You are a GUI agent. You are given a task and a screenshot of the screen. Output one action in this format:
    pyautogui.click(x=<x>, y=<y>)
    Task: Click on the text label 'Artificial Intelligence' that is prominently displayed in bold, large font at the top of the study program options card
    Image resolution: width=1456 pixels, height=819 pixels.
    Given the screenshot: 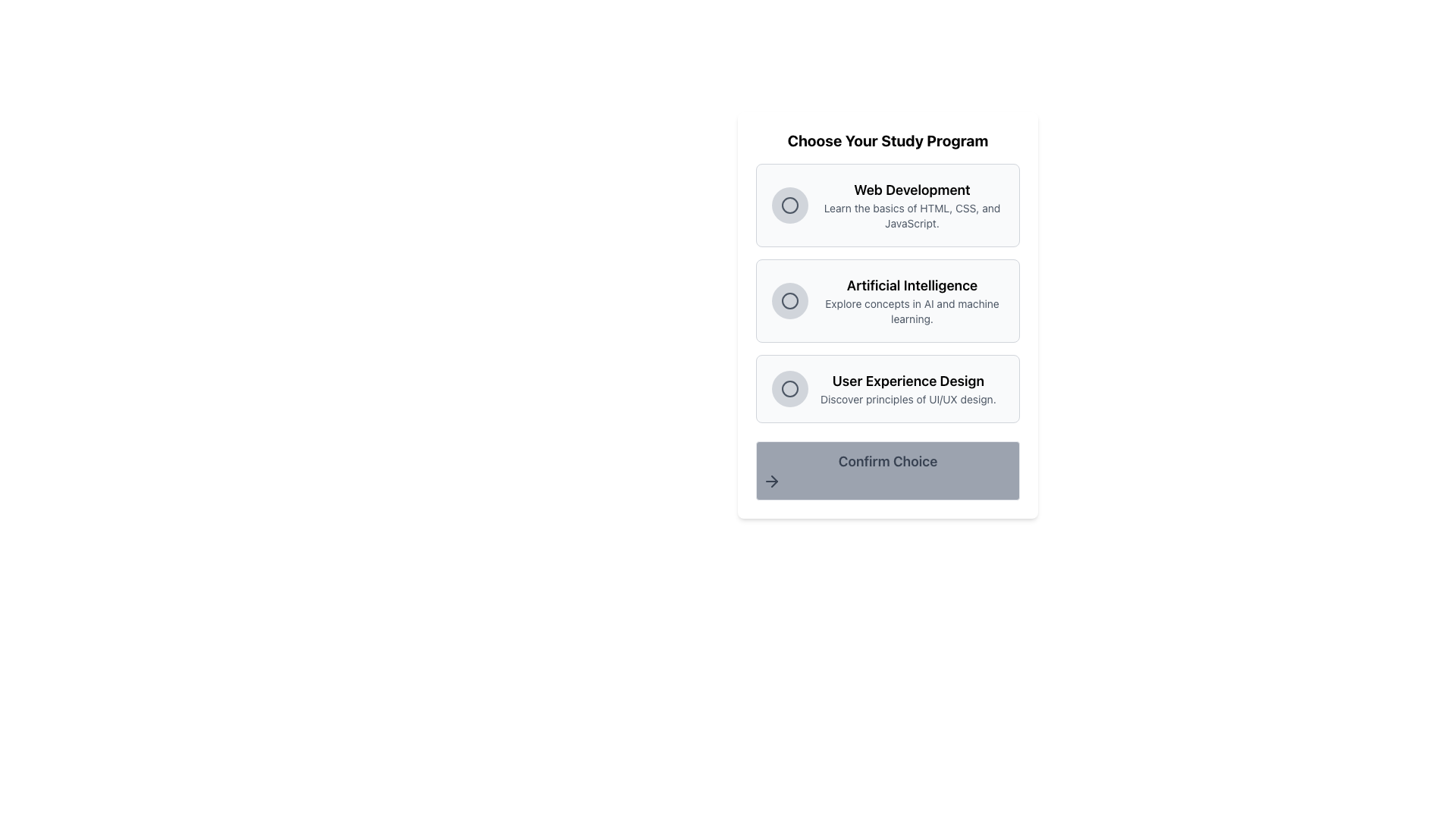 What is the action you would take?
    pyautogui.click(x=912, y=286)
    